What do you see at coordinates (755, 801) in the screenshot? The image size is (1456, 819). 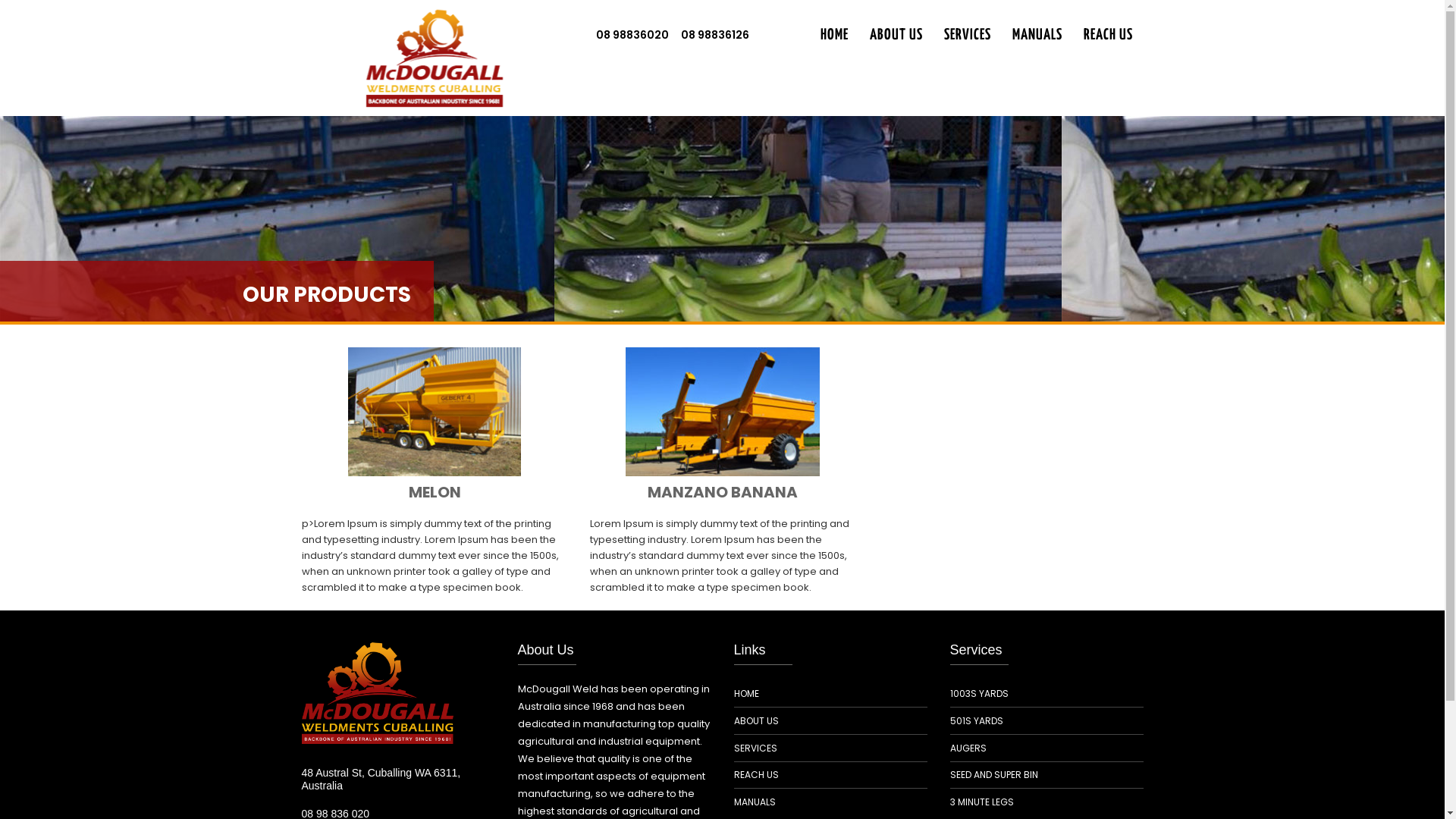 I see `'MANUALS'` at bounding box center [755, 801].